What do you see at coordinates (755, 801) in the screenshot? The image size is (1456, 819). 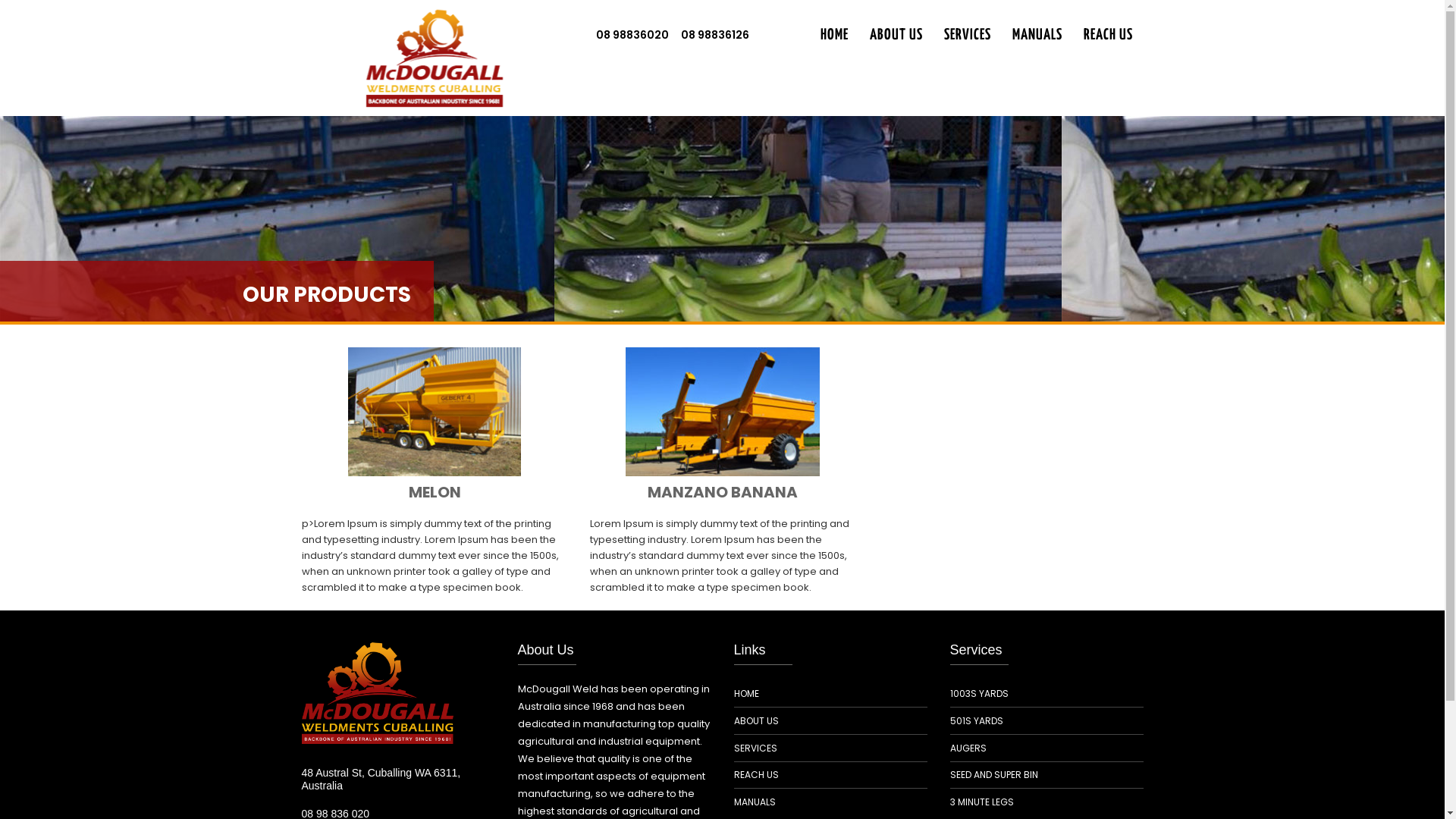 I see `'MANUALS'` at bounding box center [755, 801].